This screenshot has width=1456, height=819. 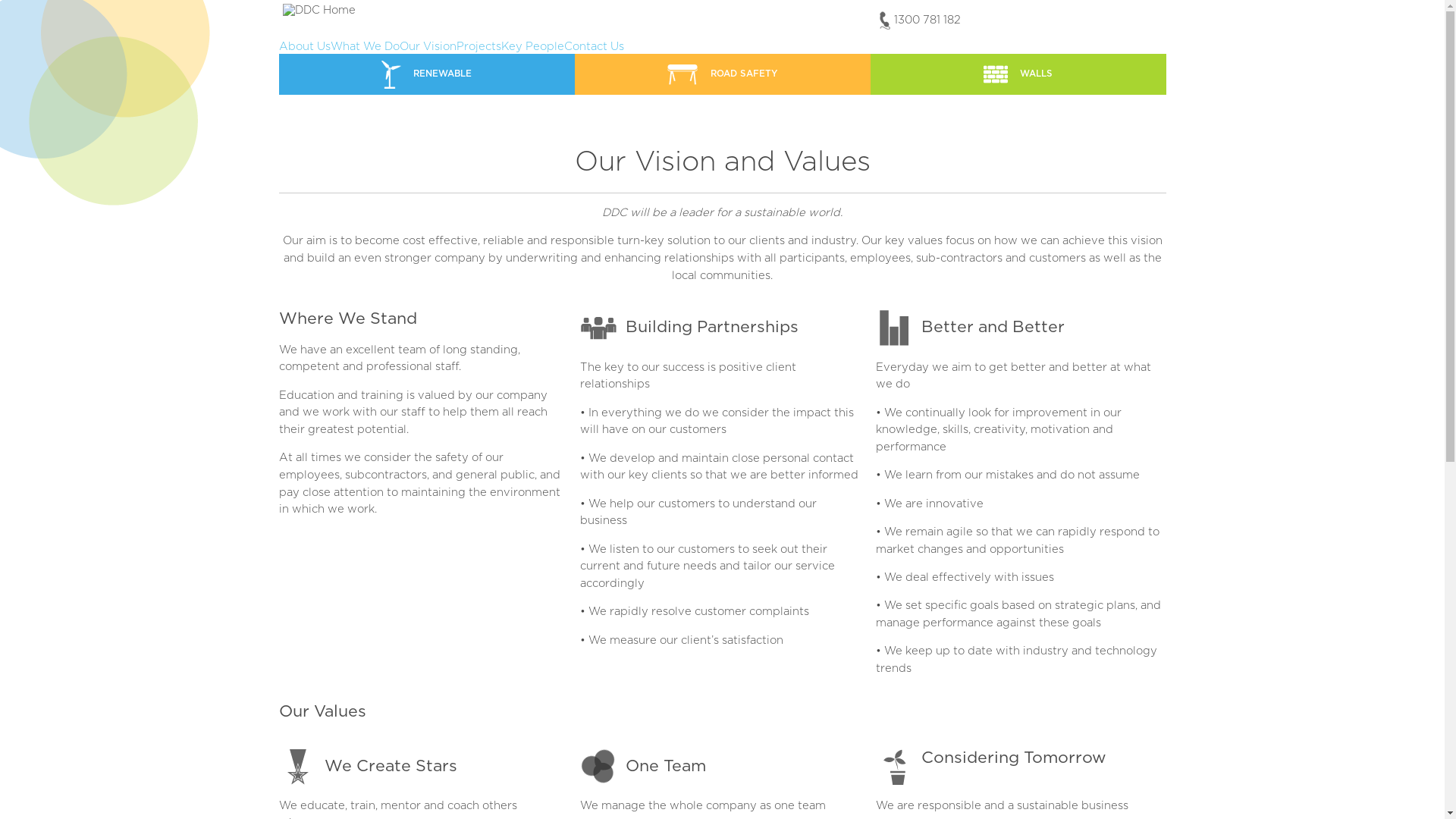 I want to click on 'Key People', so click(x=500, y=45).